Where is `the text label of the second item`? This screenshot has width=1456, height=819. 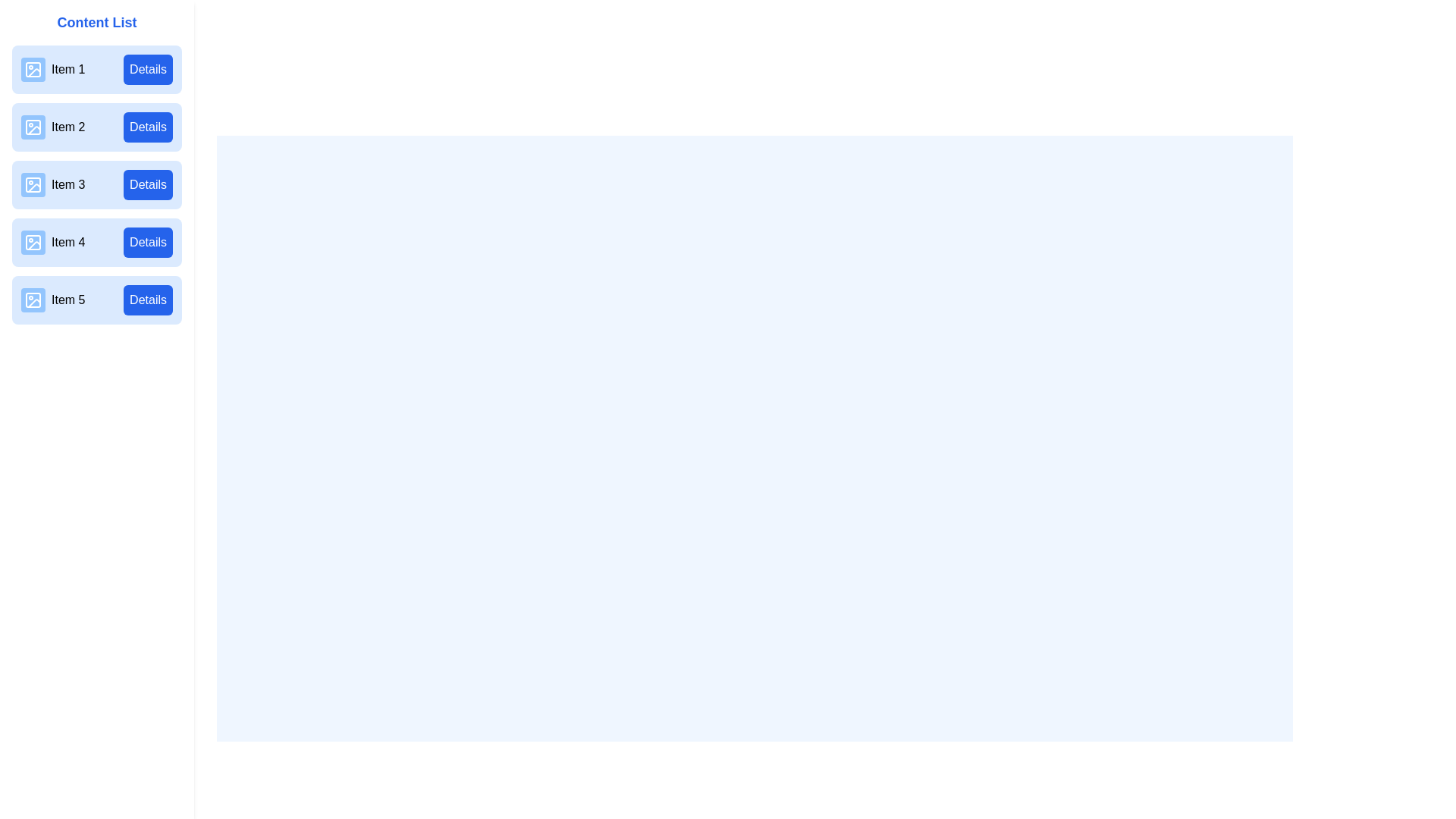
the text label of the second item is located at coordinates (53, 127).